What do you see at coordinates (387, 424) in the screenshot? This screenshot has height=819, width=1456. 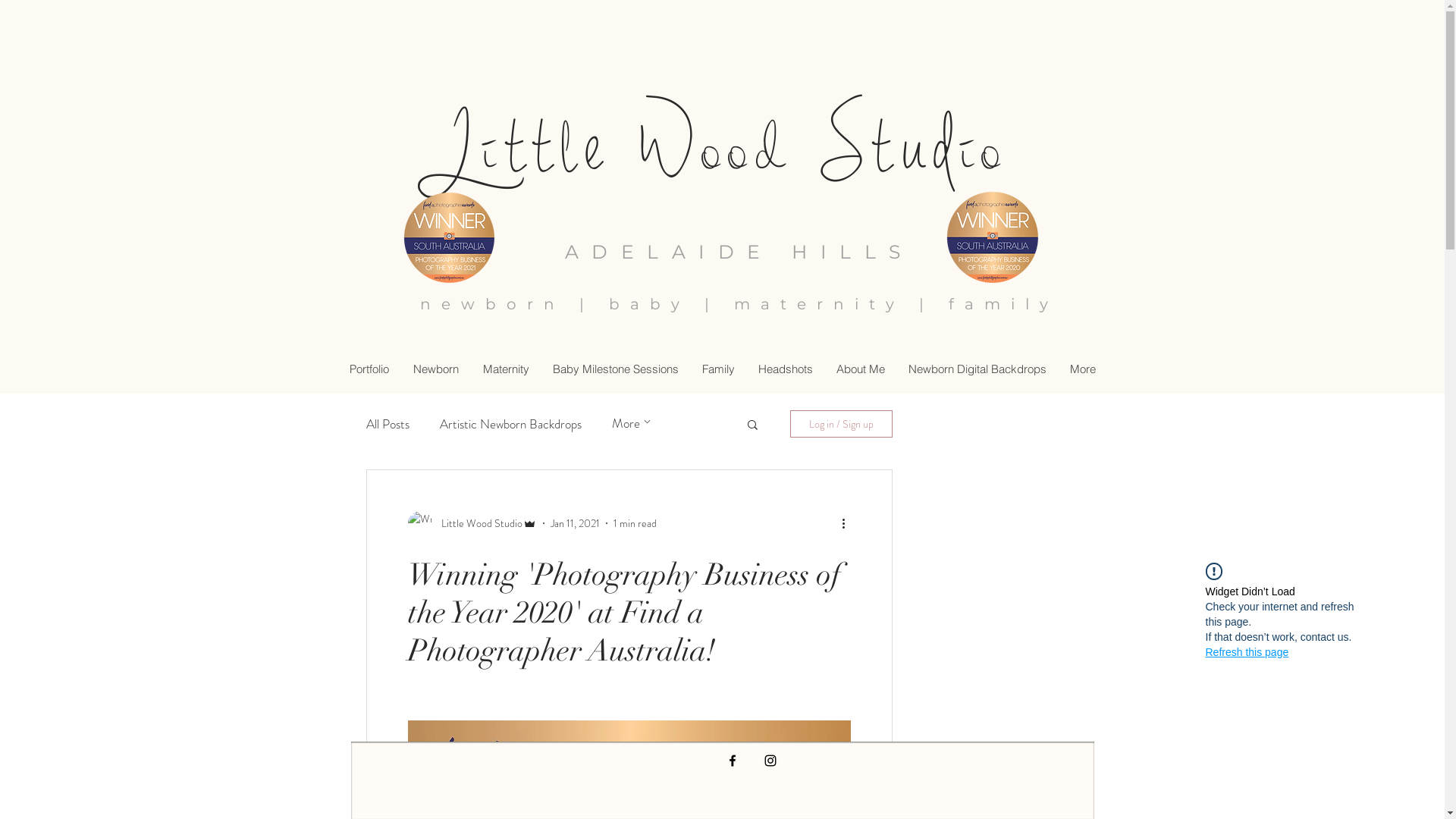 I see `'All Posts'` at bounding box center [387, 424].